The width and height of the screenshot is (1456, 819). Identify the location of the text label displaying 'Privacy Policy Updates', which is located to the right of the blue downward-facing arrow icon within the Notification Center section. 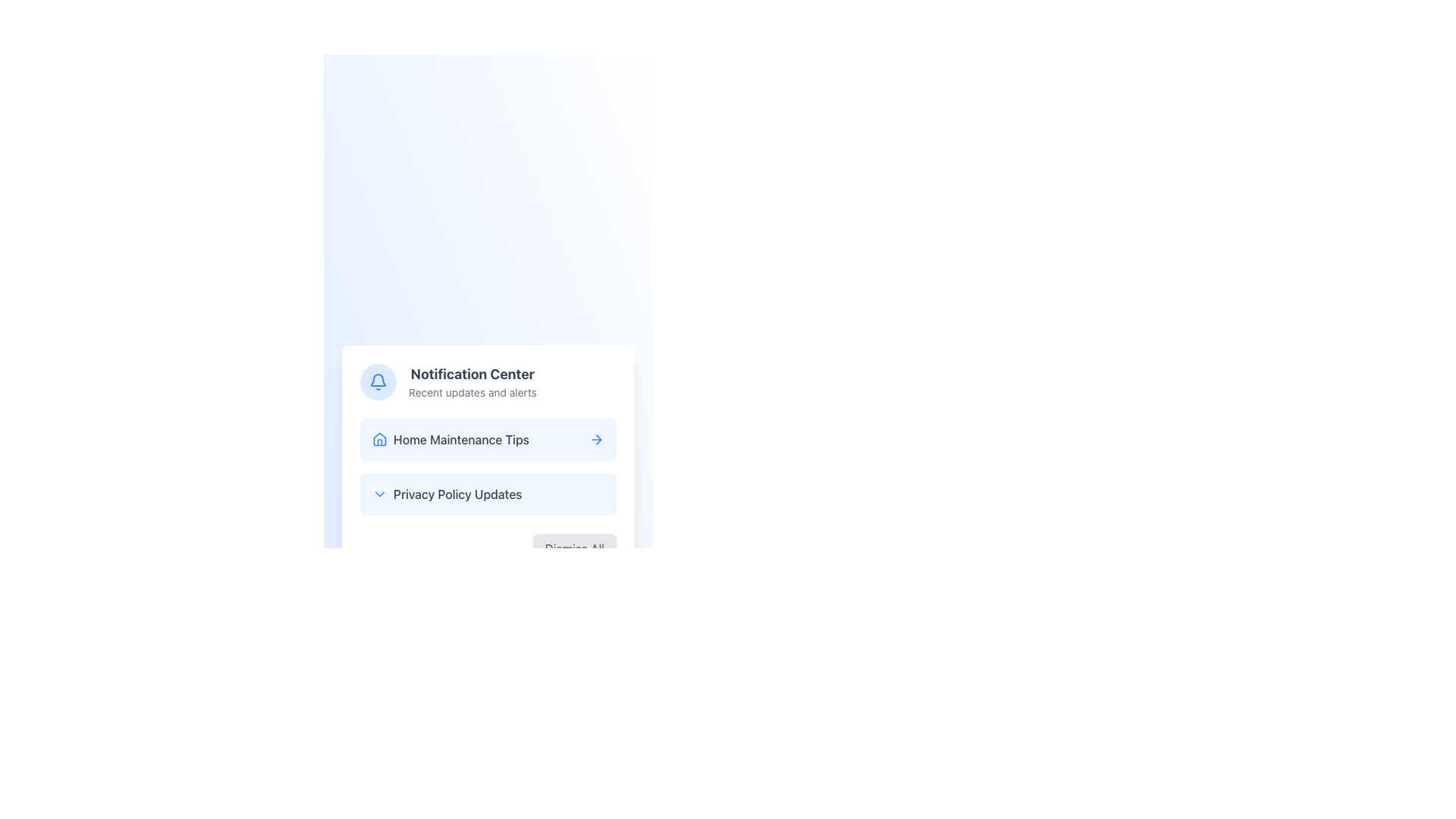
(457, 494).